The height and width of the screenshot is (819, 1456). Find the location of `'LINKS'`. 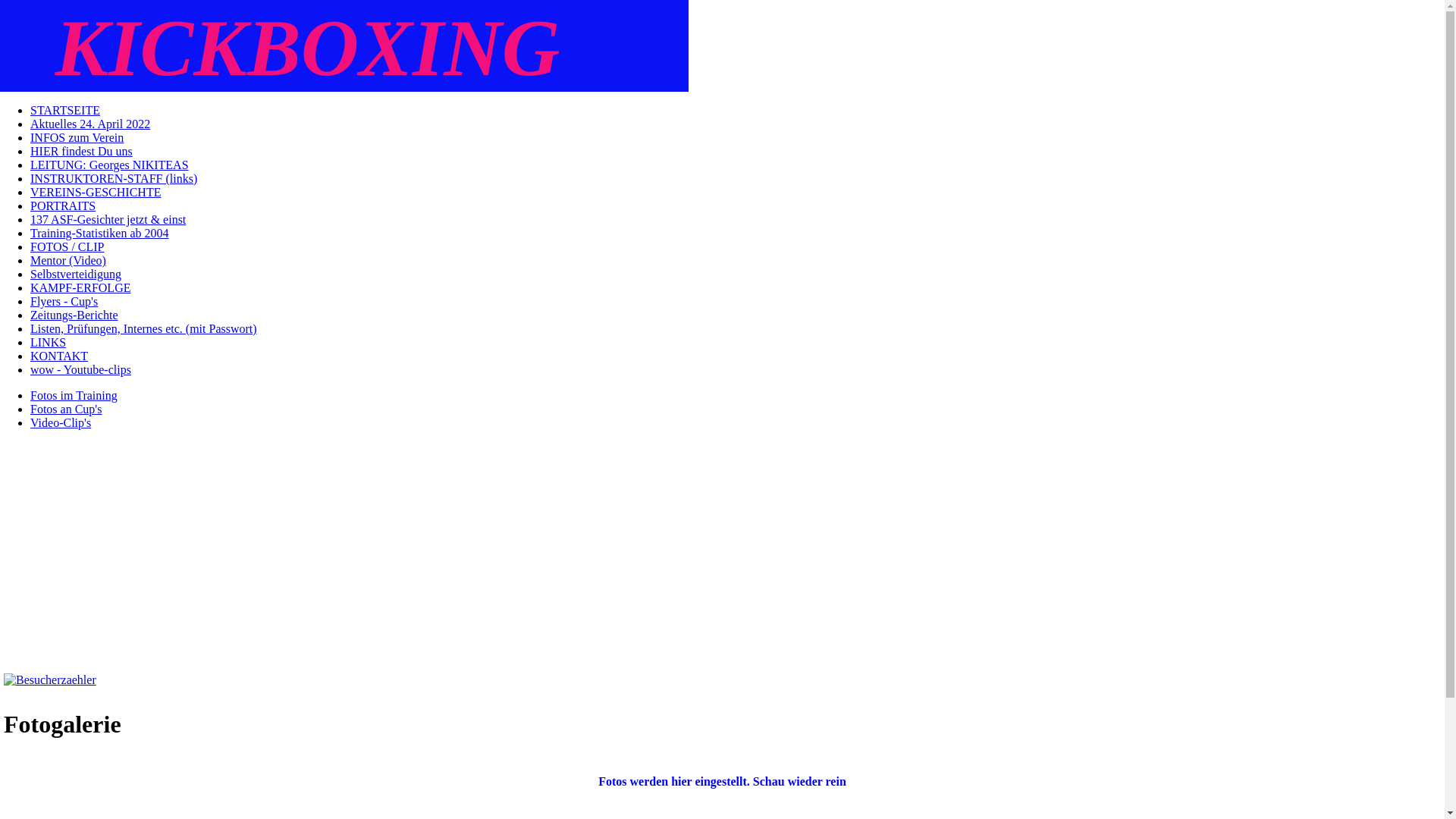

'LINKS' is located at coordinates (48, 342).